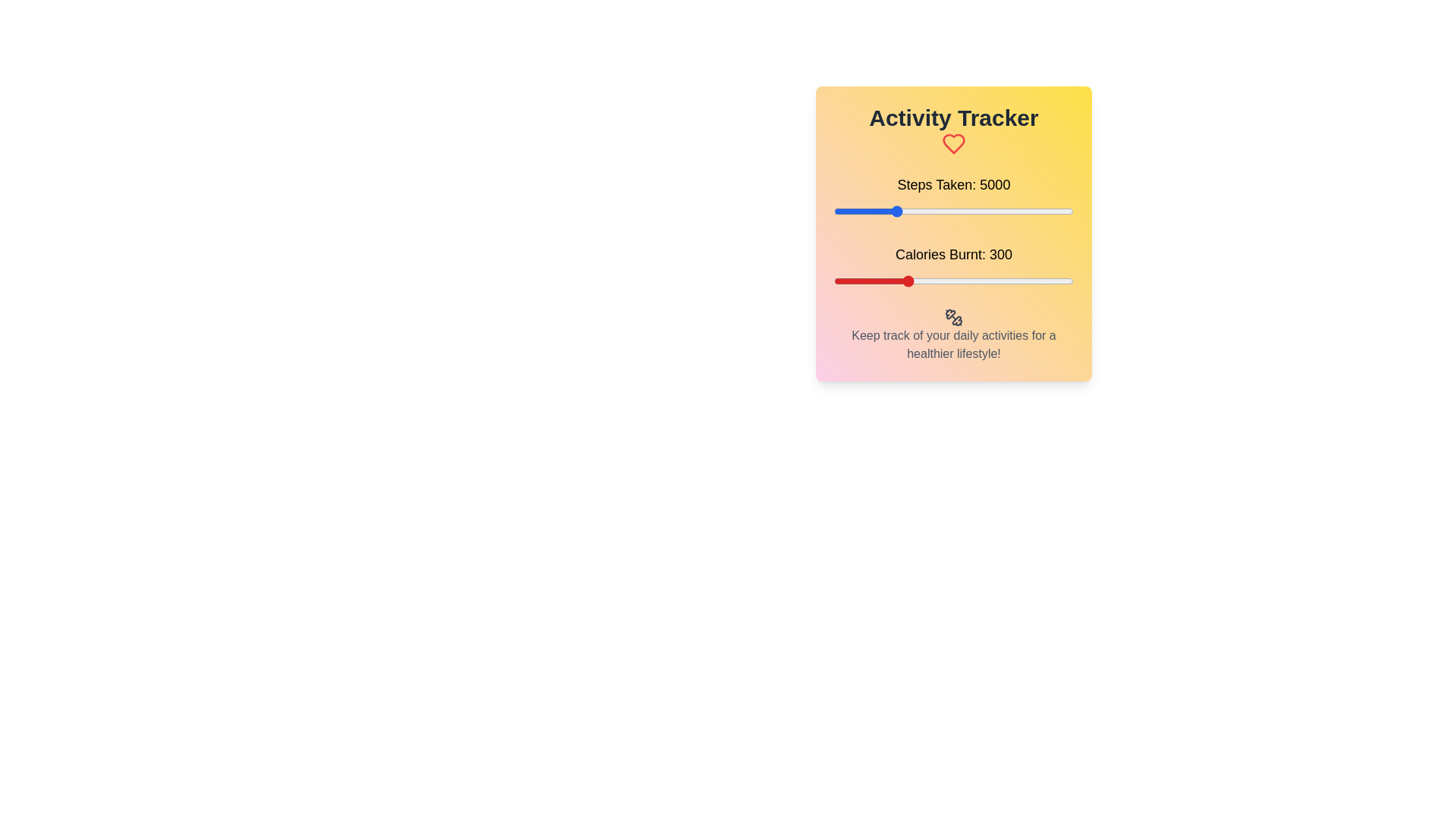 Image resolution: width=1456 pixels, height=819 pixels. I want to click on the horizontal slider located below the 'Steps Taken: 5000' text to set the value, so click(952, 211).